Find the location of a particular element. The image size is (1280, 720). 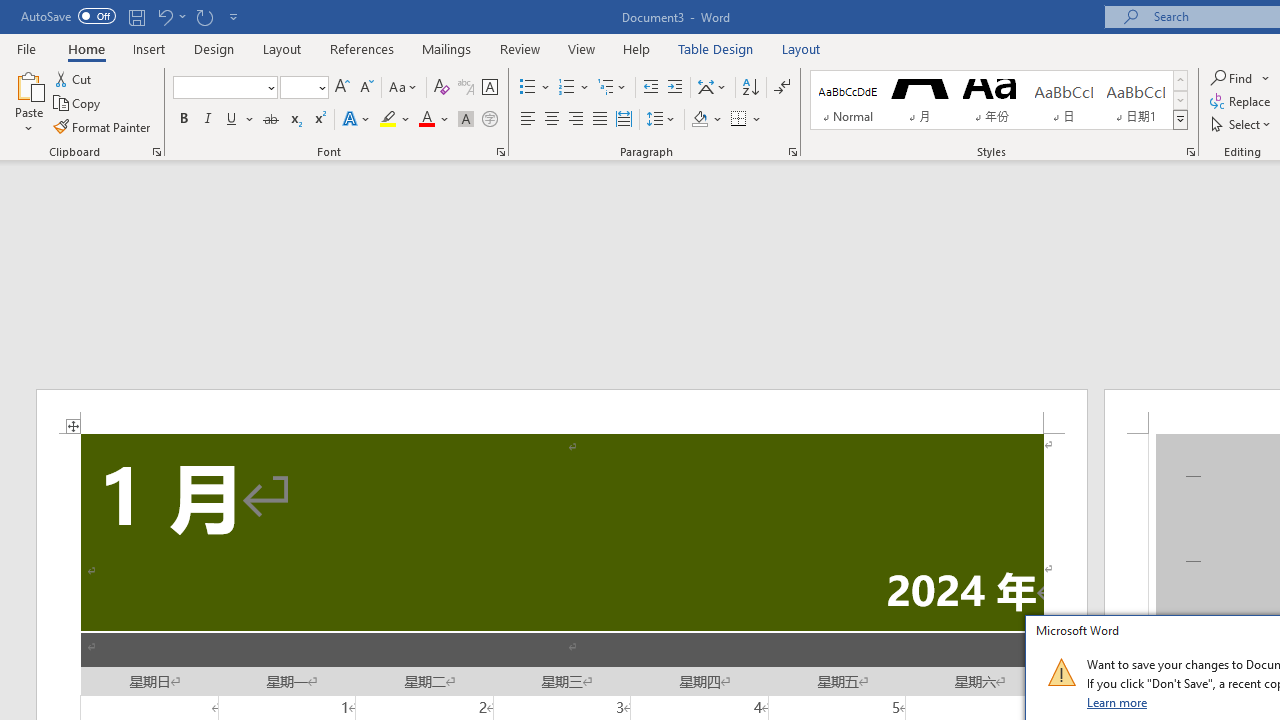

'Quick Access Toolbar' is located at coordinates (130, 16).